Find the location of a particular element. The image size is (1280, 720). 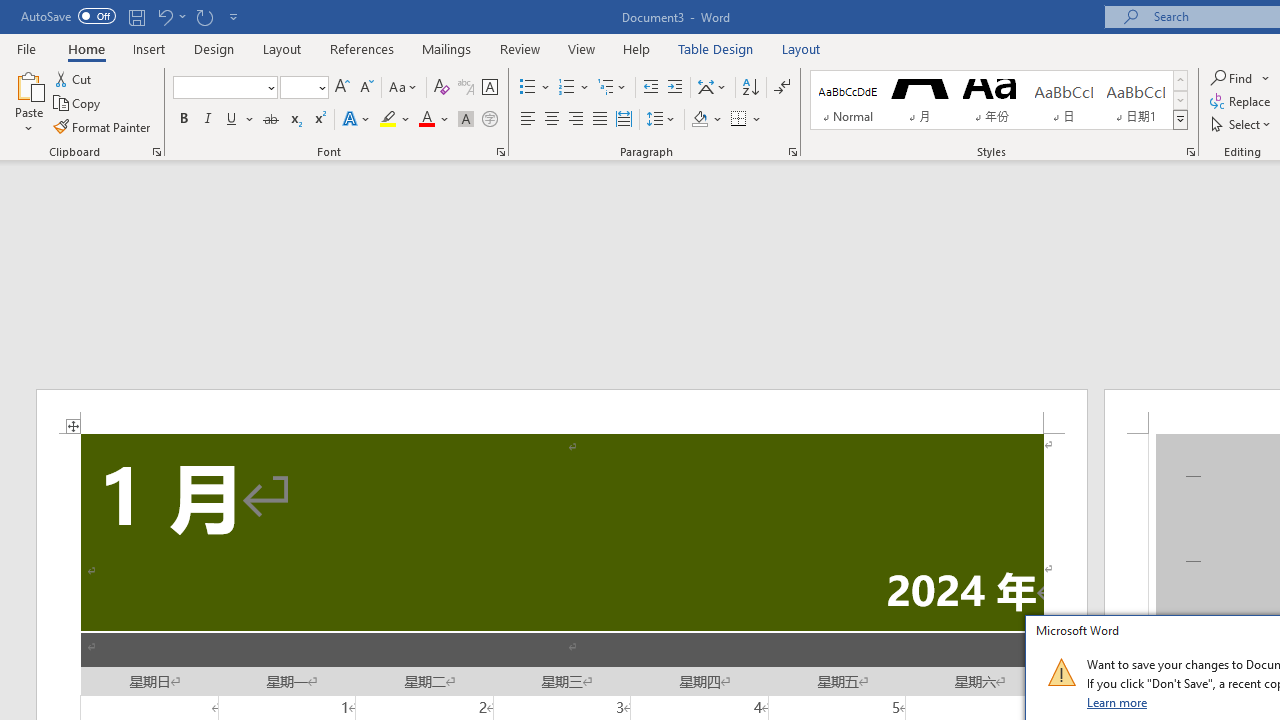

'Quick Access Toolbar' is located at coordinates (130, 16).